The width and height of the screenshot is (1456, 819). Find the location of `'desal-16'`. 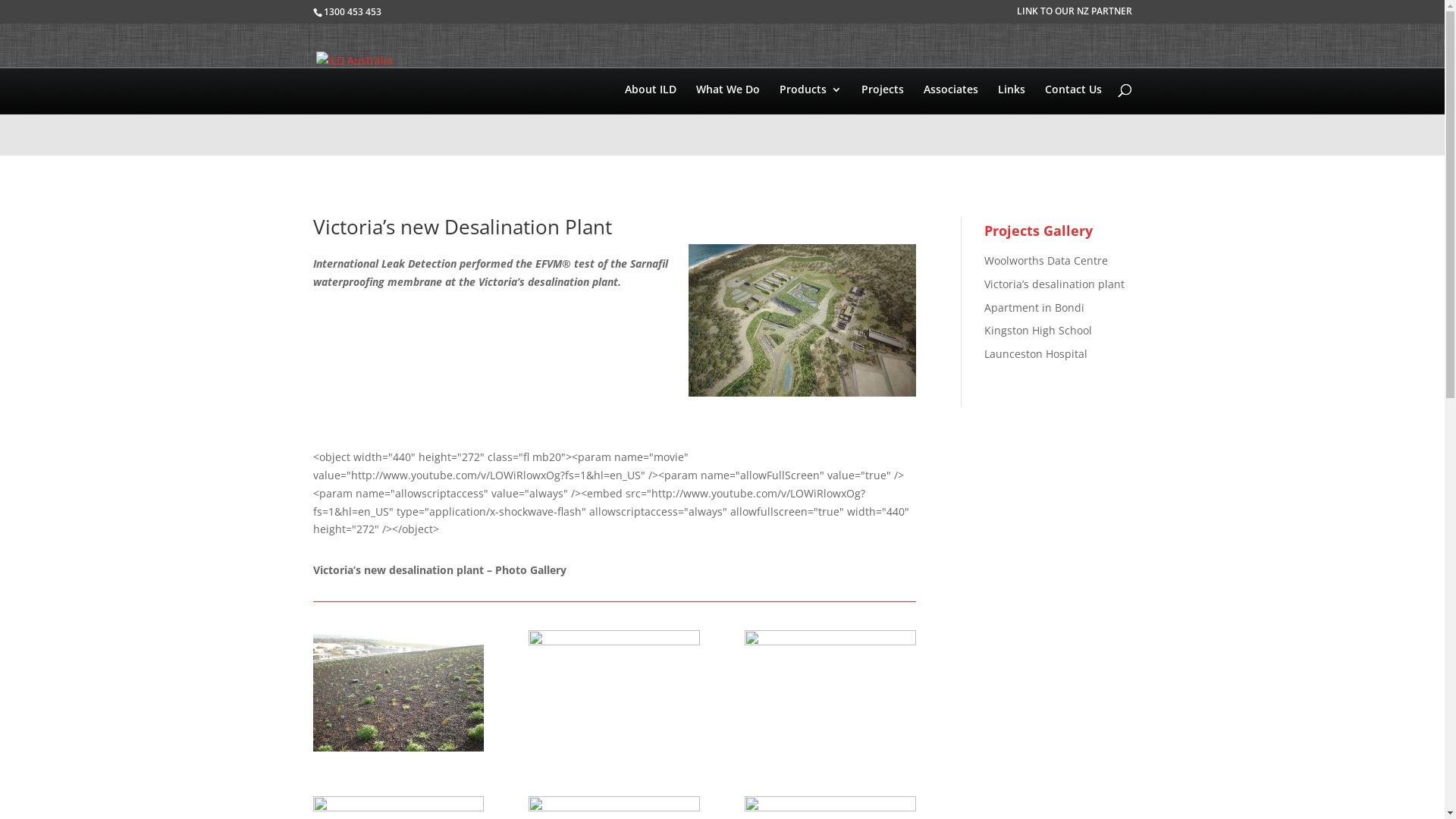

'desal-16' is located at coordinates (397, 751).